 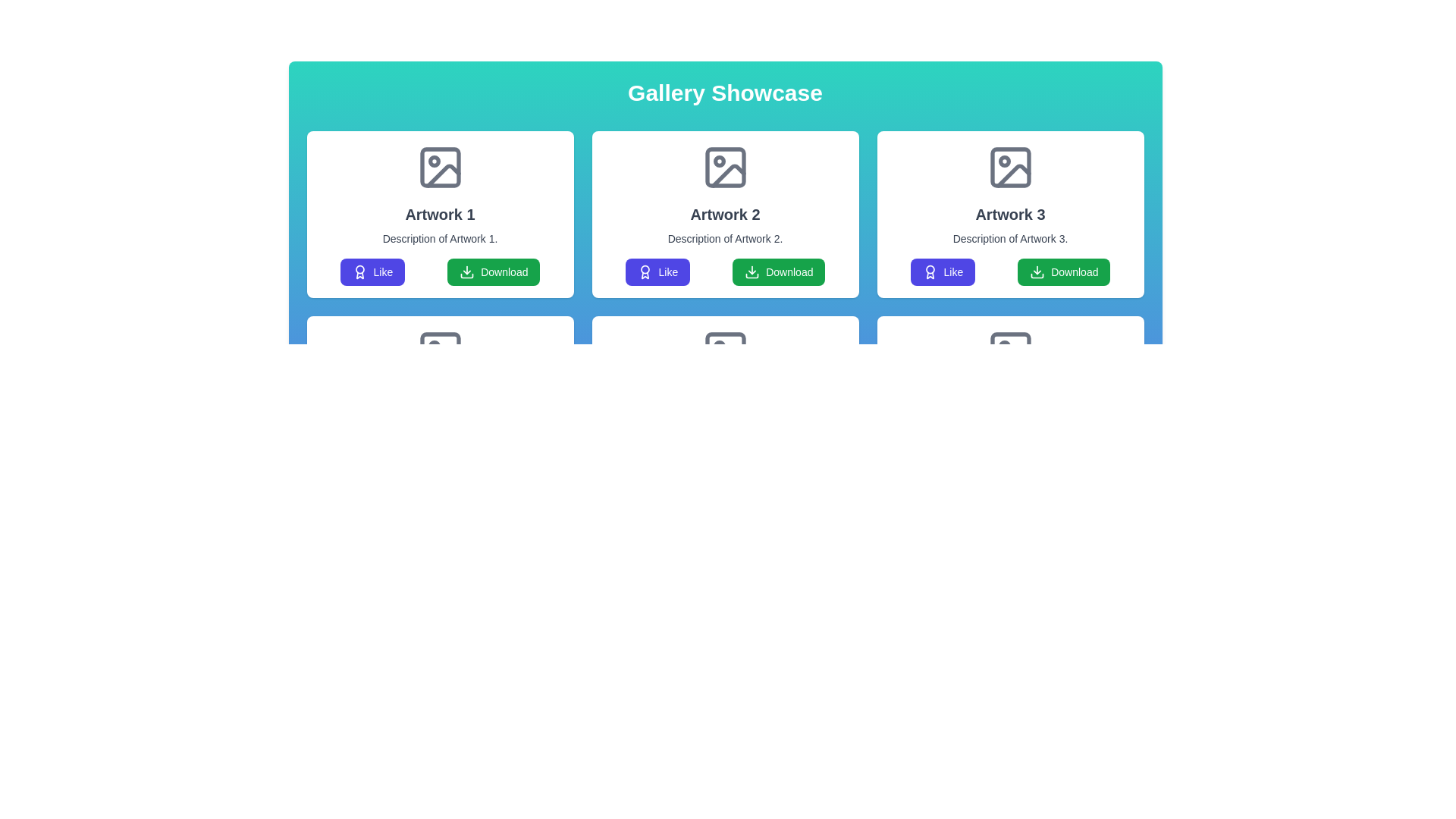 What do you see at coordinates (372, 271) in the screenshot?
I see `the first button in the lower section of 'Artwork 1' card to like the associated artwork` at bounding box center [372, 271].